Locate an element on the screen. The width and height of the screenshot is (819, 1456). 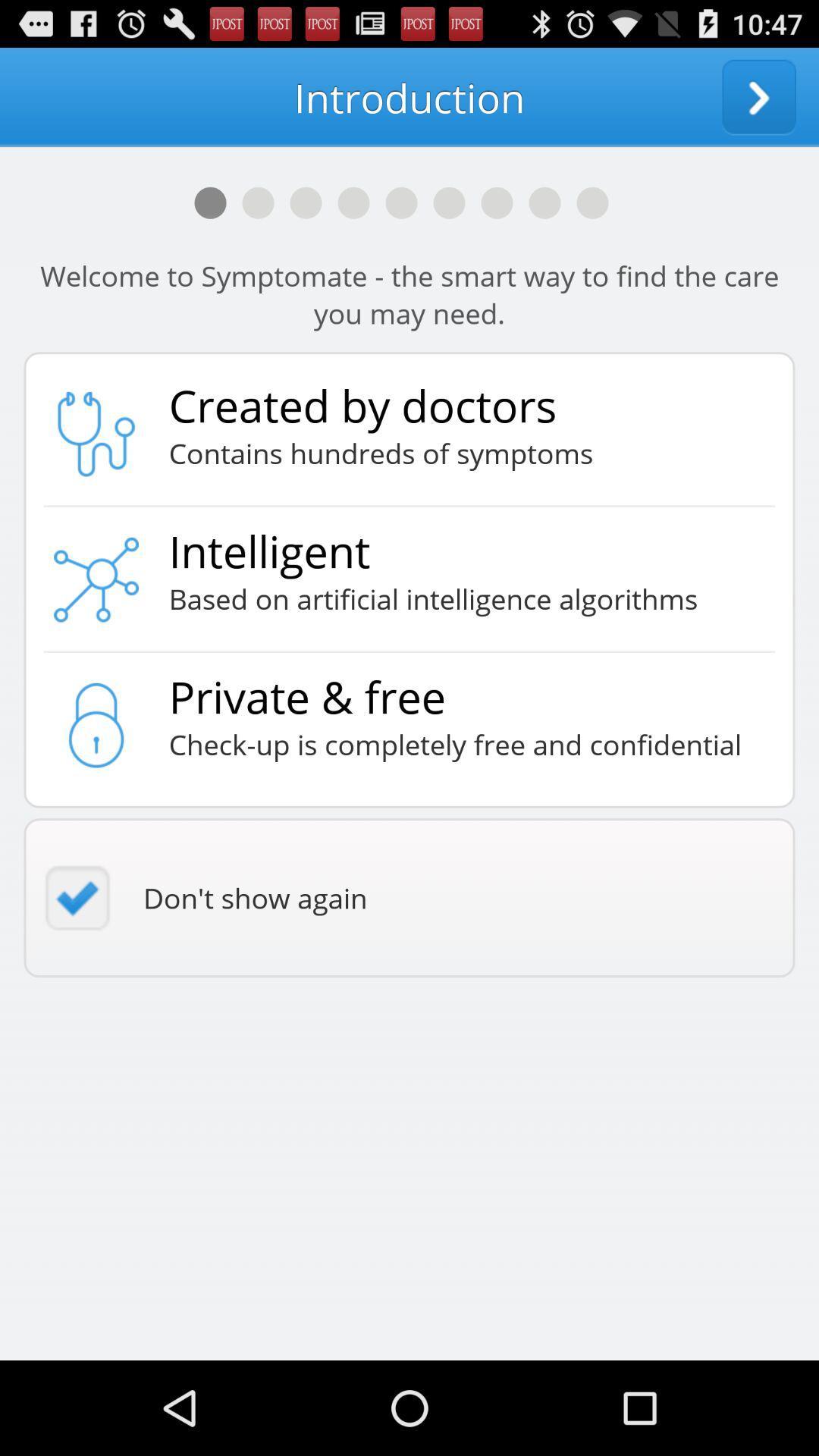
app to the right of introduction is located at coordinates (759, 96).